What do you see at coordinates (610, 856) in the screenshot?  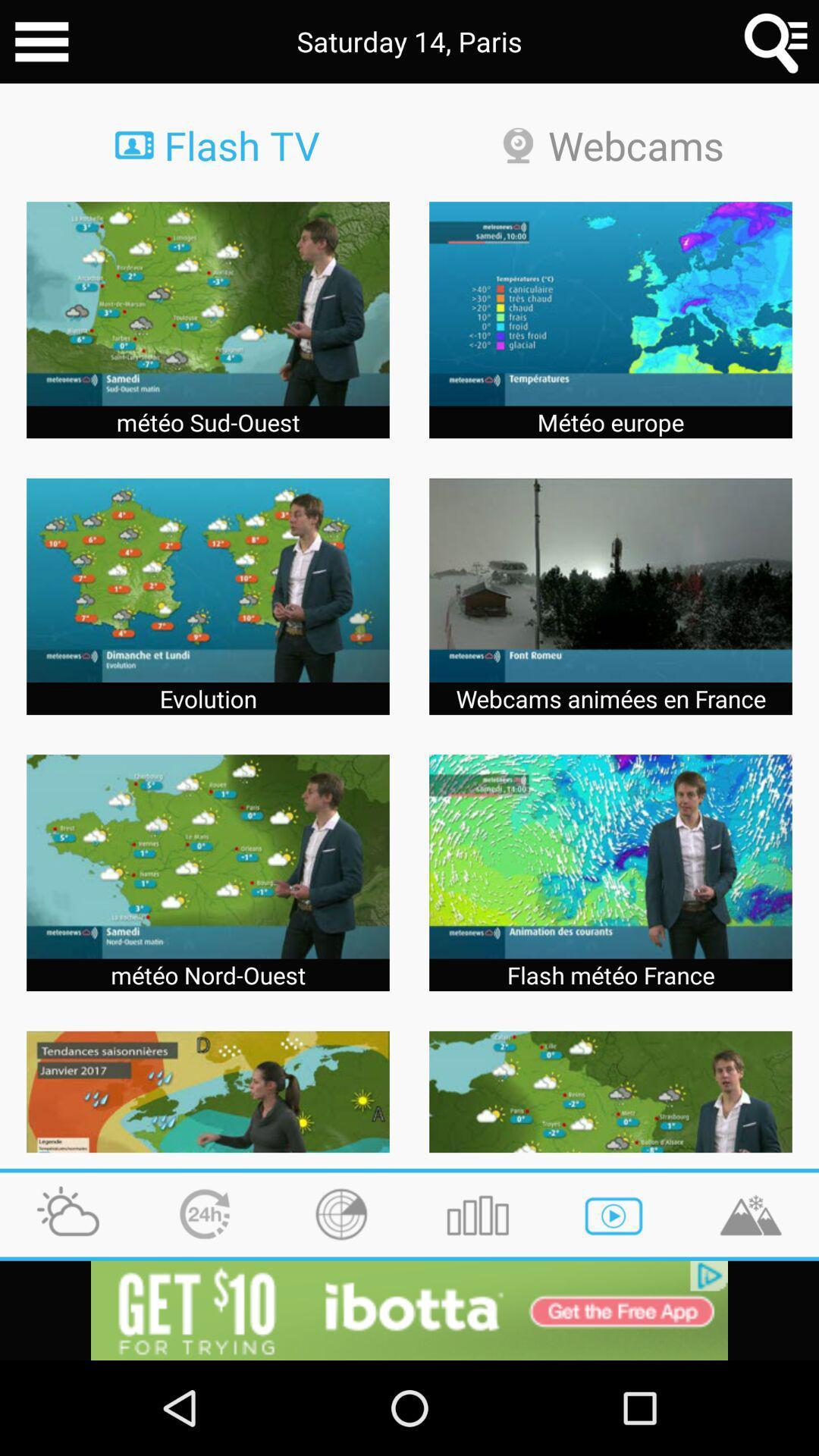 I see `the image above the text flash meteo france` at bounding box center [610, 856].